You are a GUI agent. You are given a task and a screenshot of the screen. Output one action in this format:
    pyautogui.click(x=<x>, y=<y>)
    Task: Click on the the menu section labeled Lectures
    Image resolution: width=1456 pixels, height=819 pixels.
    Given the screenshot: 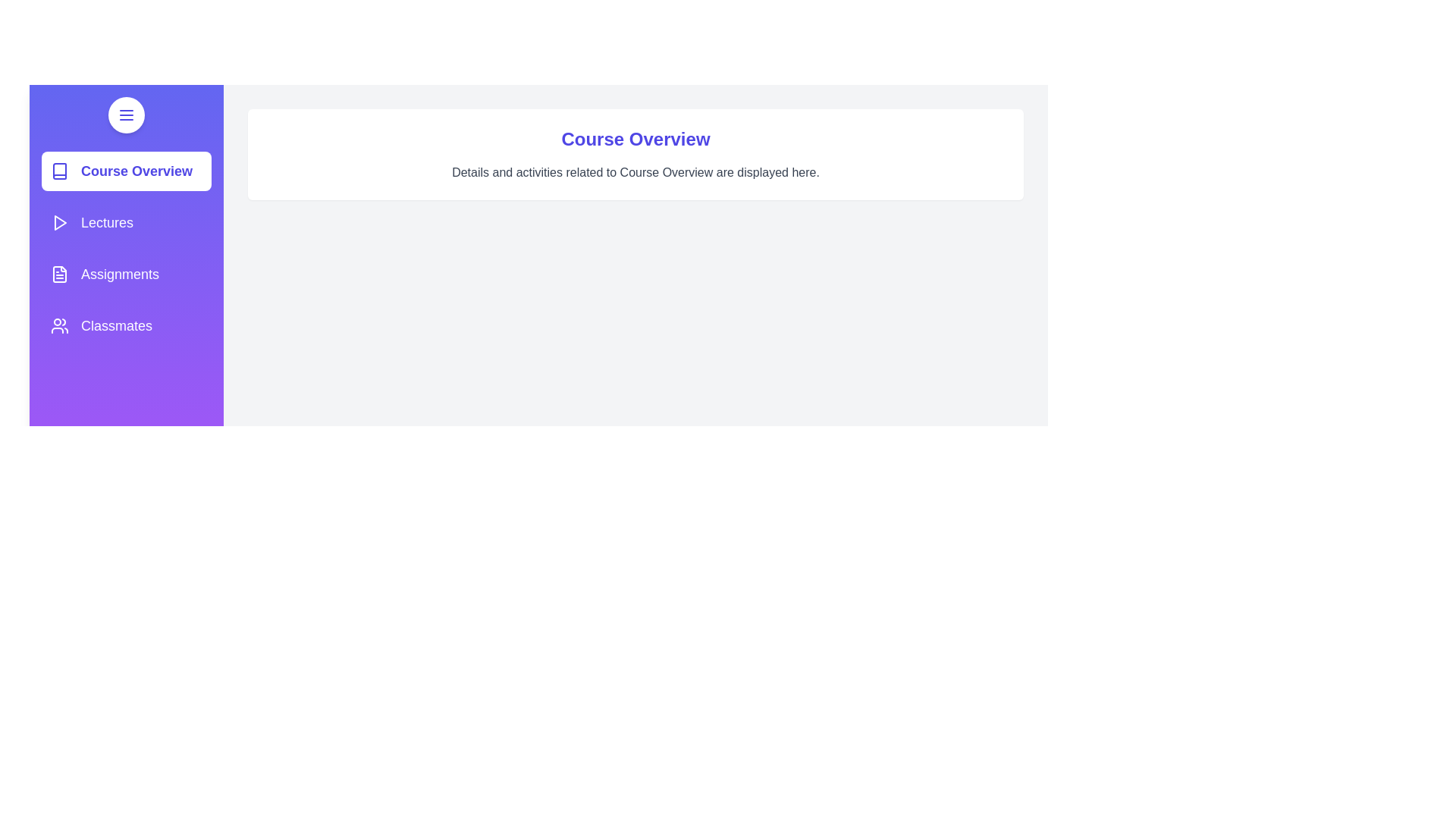 What is the action you would take?
    pyautogui.click(x=127, y=222)
    